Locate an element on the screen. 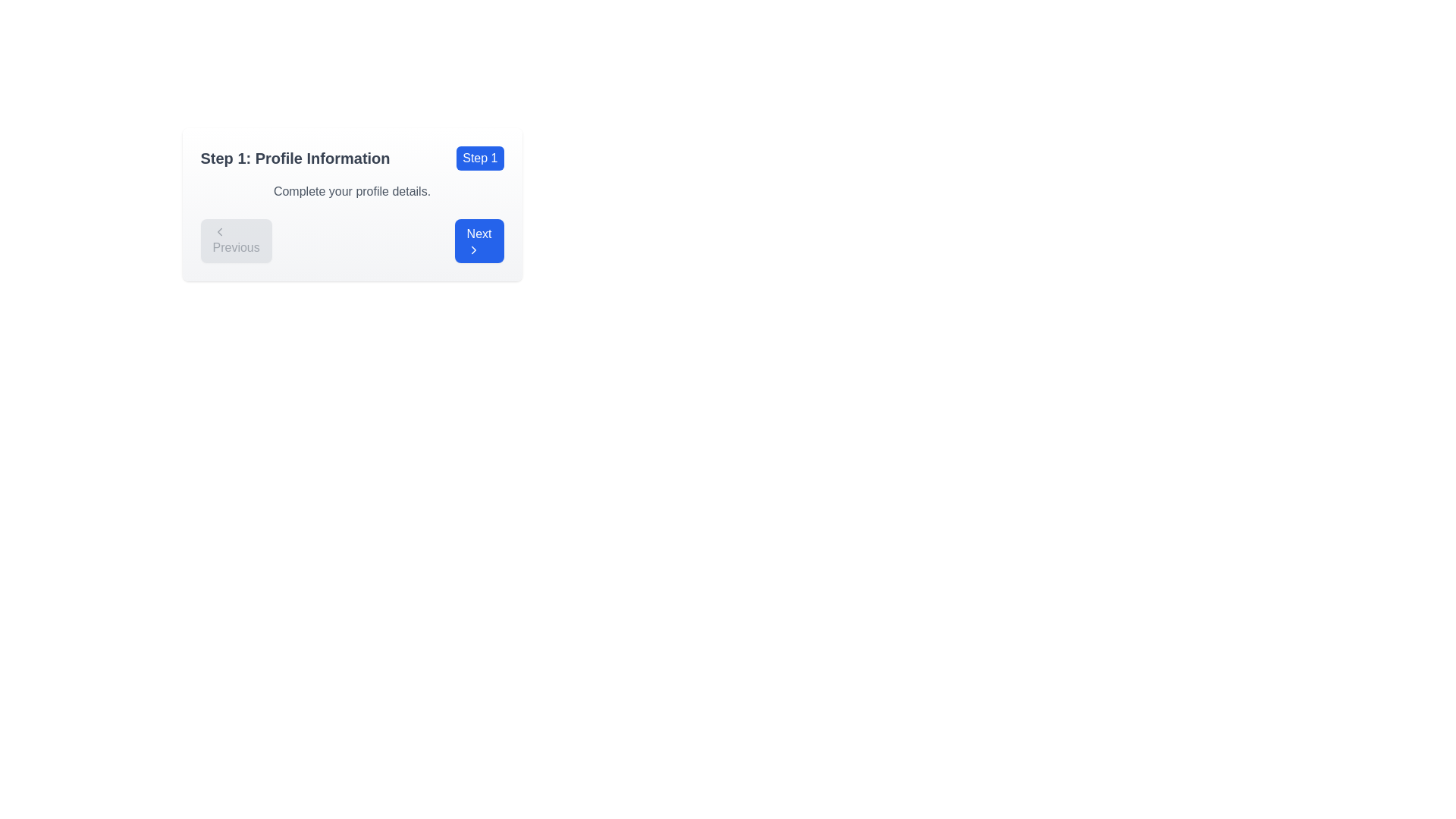  the rightward-pointing chevron arrow icon within the 'Next' button to proceed is located at coordinates (472, 249).